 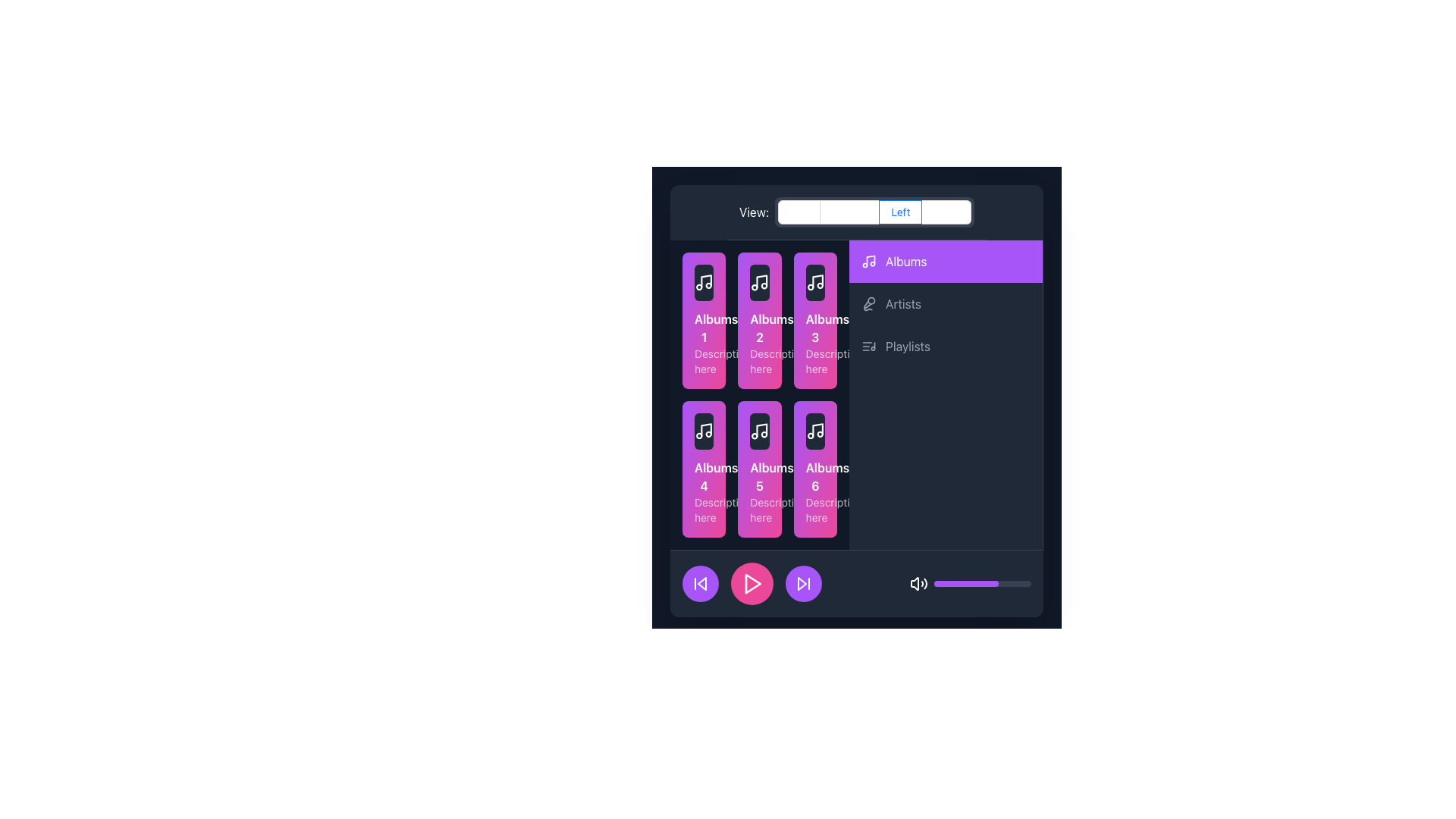 I want to click on the radio button group options labeled 'Top', 'Bottom', 'Left', and 'Right', so click(x=874, y=212).